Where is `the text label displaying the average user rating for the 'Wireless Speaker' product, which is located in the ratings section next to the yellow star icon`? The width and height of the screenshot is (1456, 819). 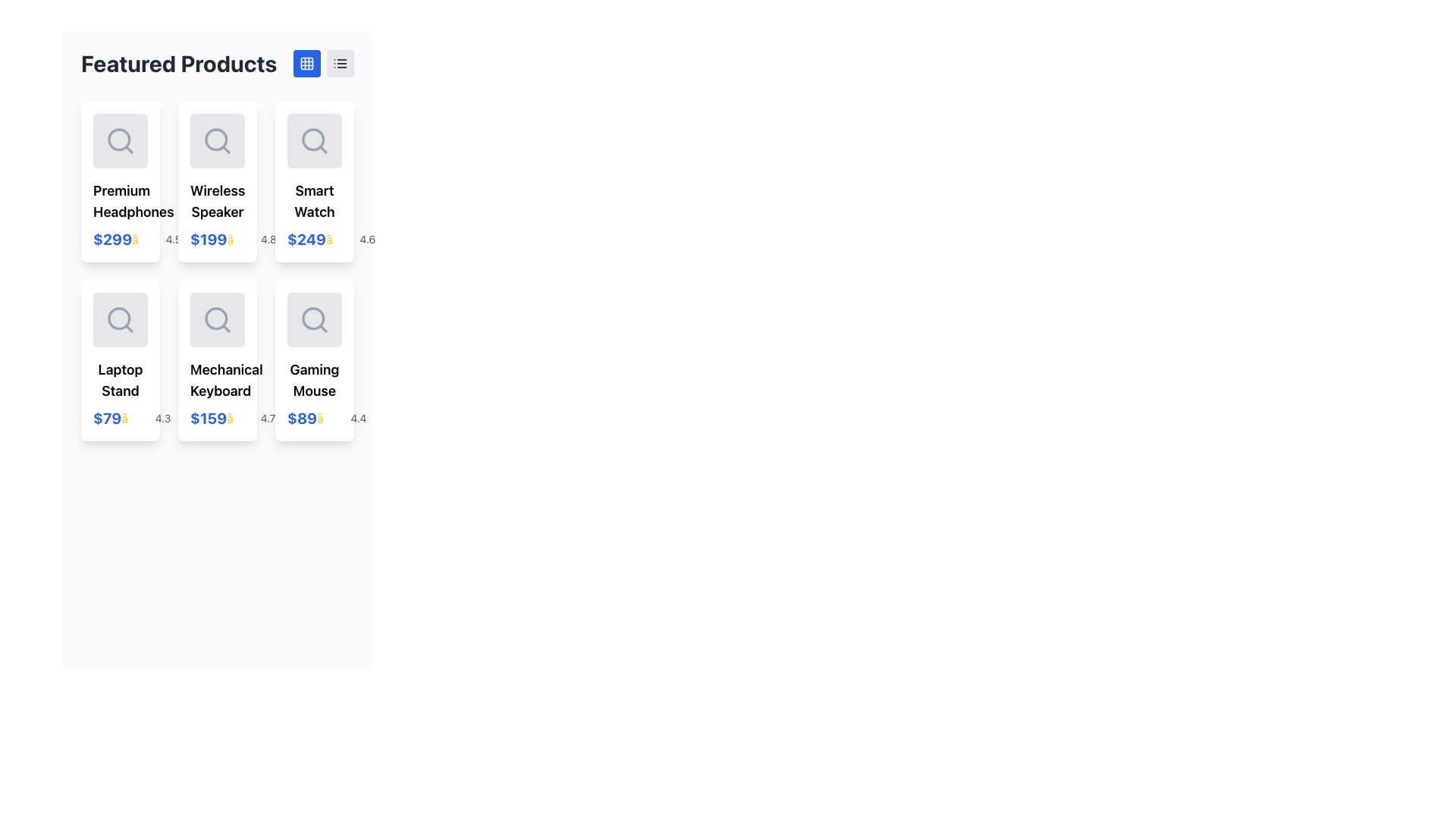 the text label displaying the average user rating for the 'Wireless Speaker' product, which is located in the ratings section next to the yellow star icon is located at coordinates (174, 239).